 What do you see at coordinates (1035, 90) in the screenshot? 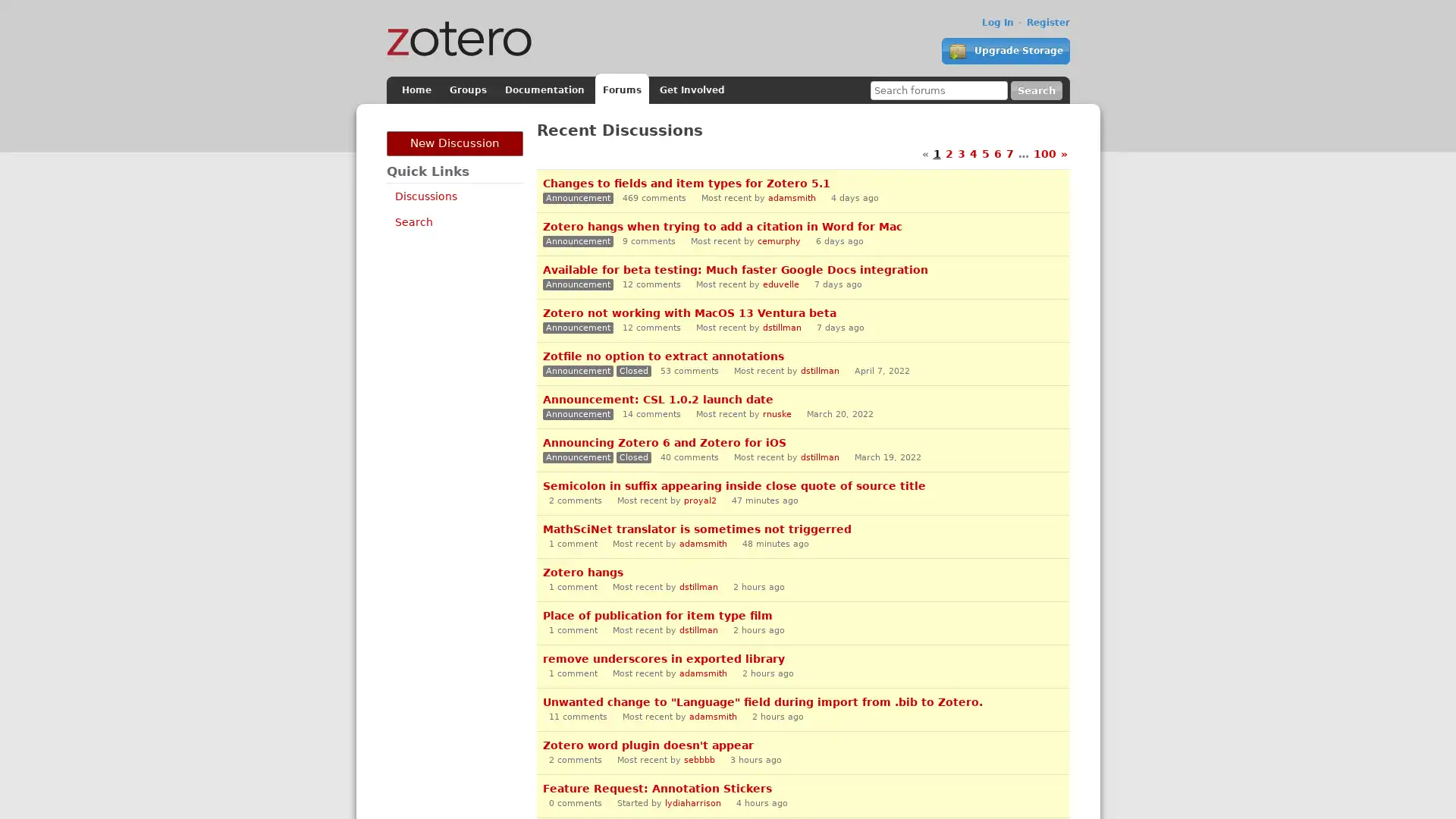
I see `Search` at bounding box center [1035, 90].